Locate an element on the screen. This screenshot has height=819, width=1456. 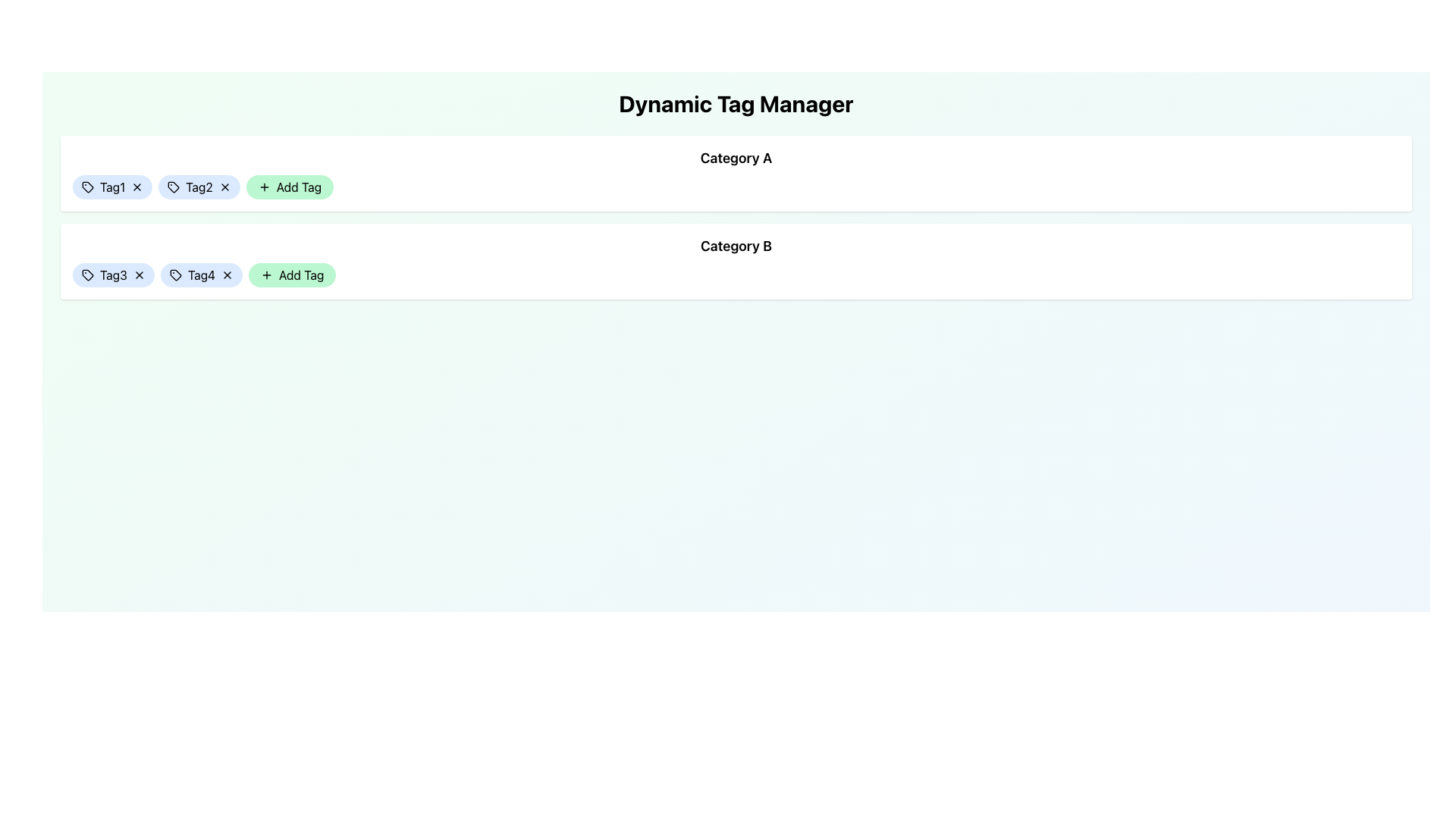
the 'X' icon on the Tag2 element is located at coordinates (199, 186).